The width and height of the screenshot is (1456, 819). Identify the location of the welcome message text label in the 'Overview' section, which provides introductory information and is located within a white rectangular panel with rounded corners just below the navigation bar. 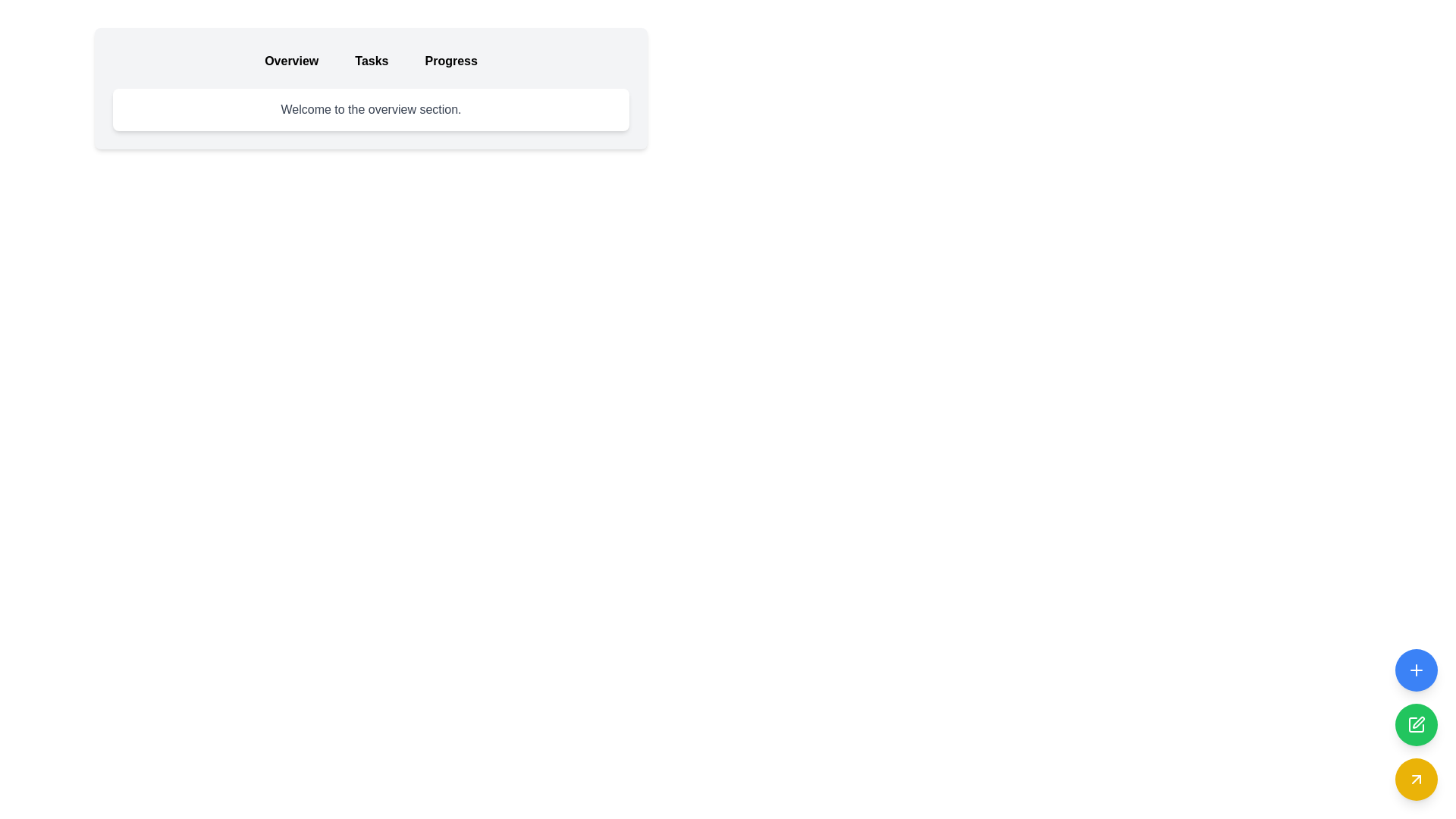
(371, 109).